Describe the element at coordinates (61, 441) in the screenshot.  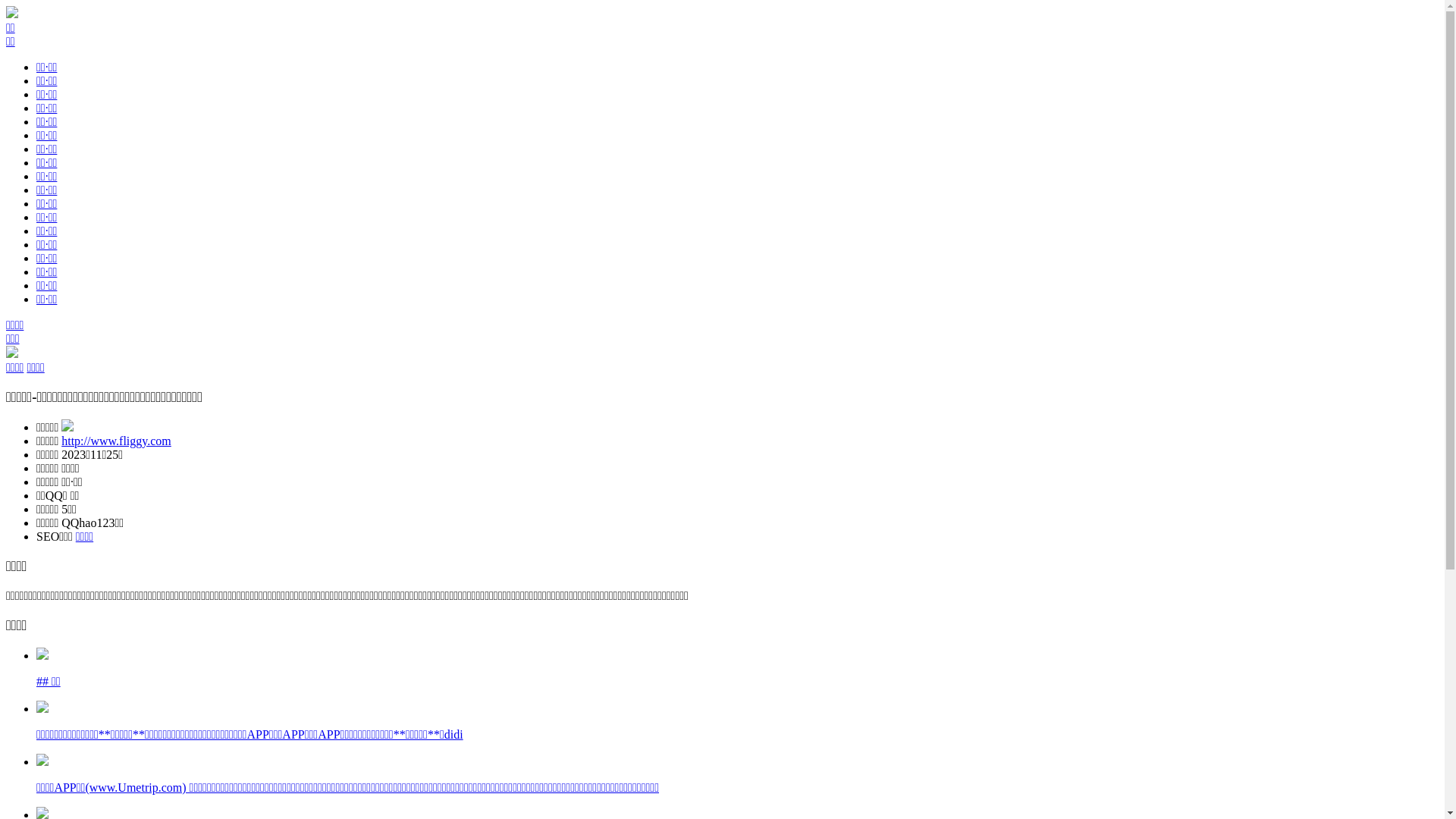
I see `'http://www.fliggy.com'` at that location.